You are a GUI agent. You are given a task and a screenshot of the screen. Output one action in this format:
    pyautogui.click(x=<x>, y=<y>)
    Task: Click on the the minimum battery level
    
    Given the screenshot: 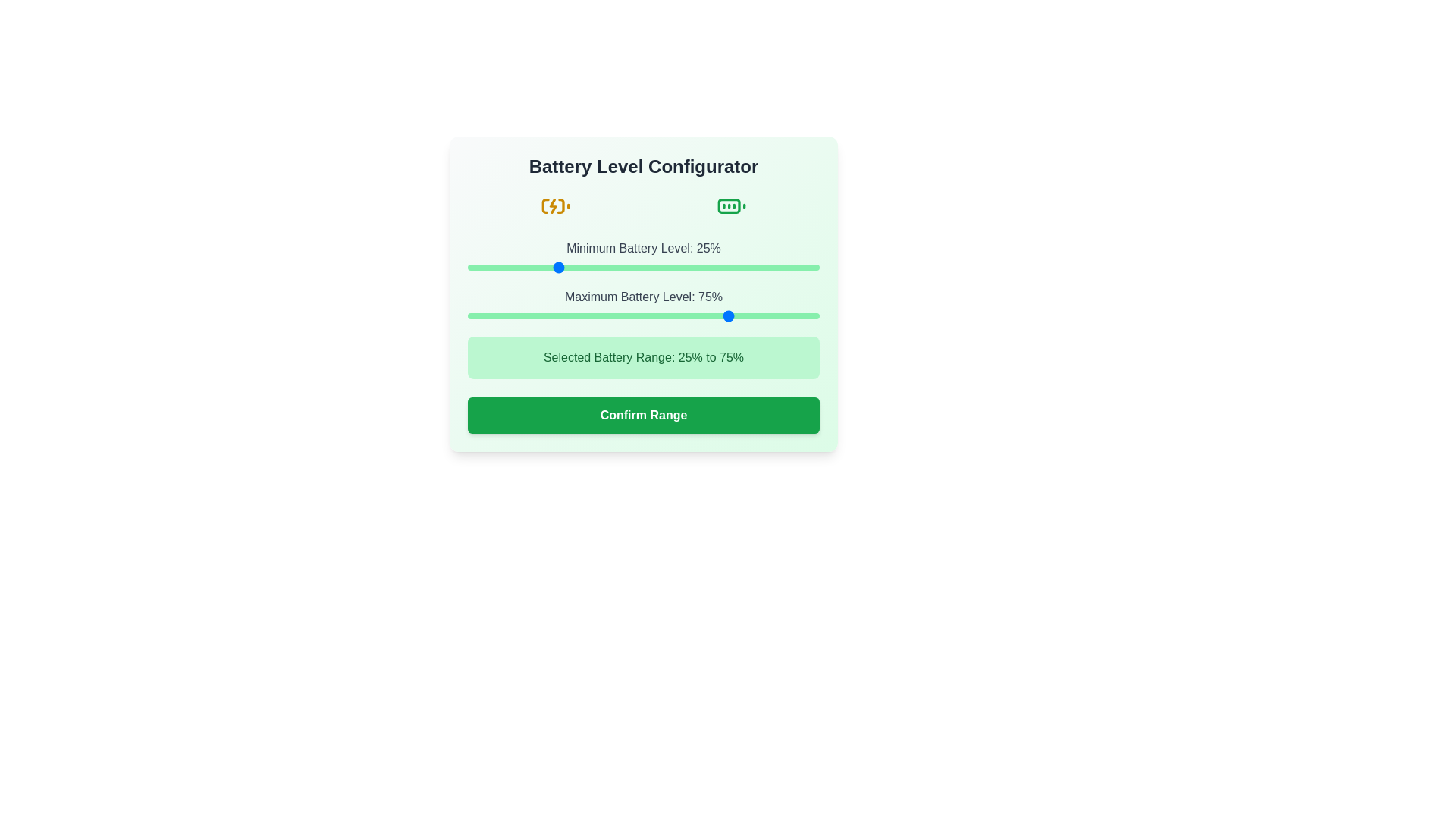 What is the action you would take?
    pyautogui.click(x=692, y=267)
    